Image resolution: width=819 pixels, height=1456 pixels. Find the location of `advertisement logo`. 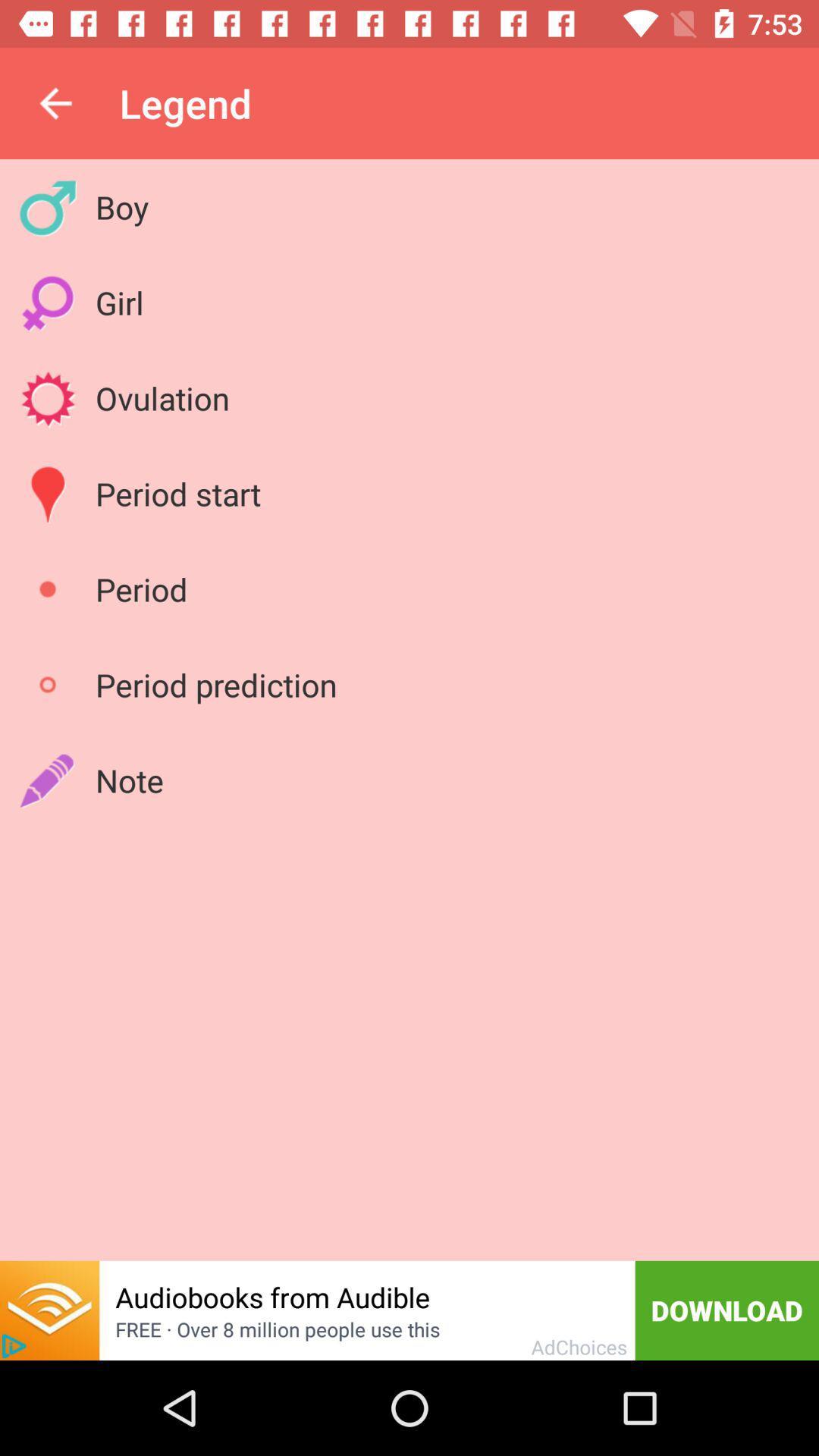

advertisement logo is located at coordinates (14, 1346).